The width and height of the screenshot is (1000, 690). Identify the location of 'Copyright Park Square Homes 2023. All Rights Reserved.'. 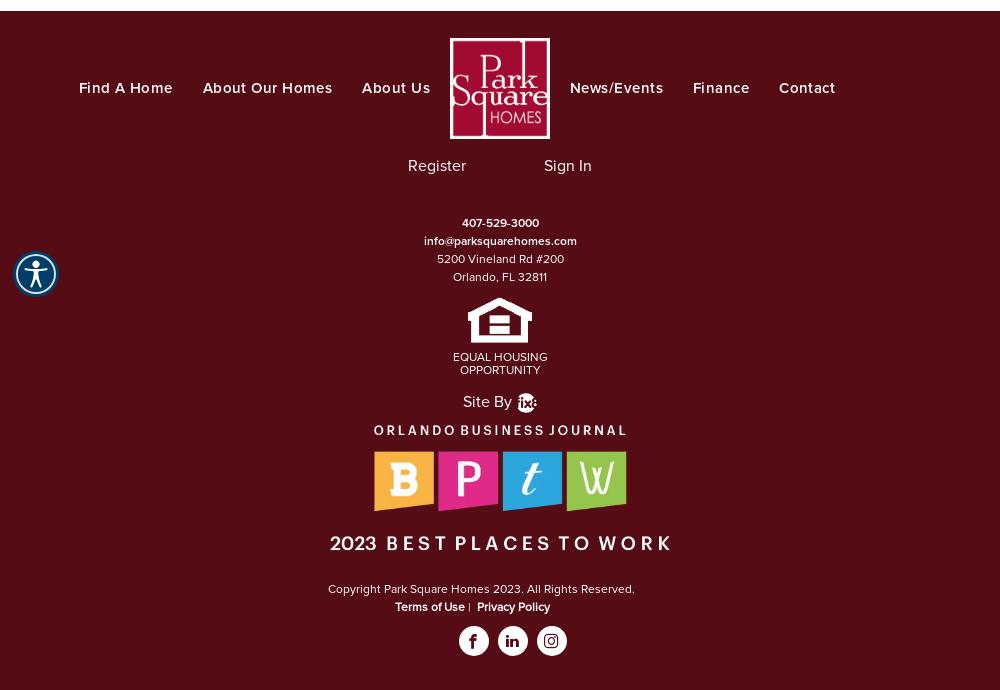
(477, 587).